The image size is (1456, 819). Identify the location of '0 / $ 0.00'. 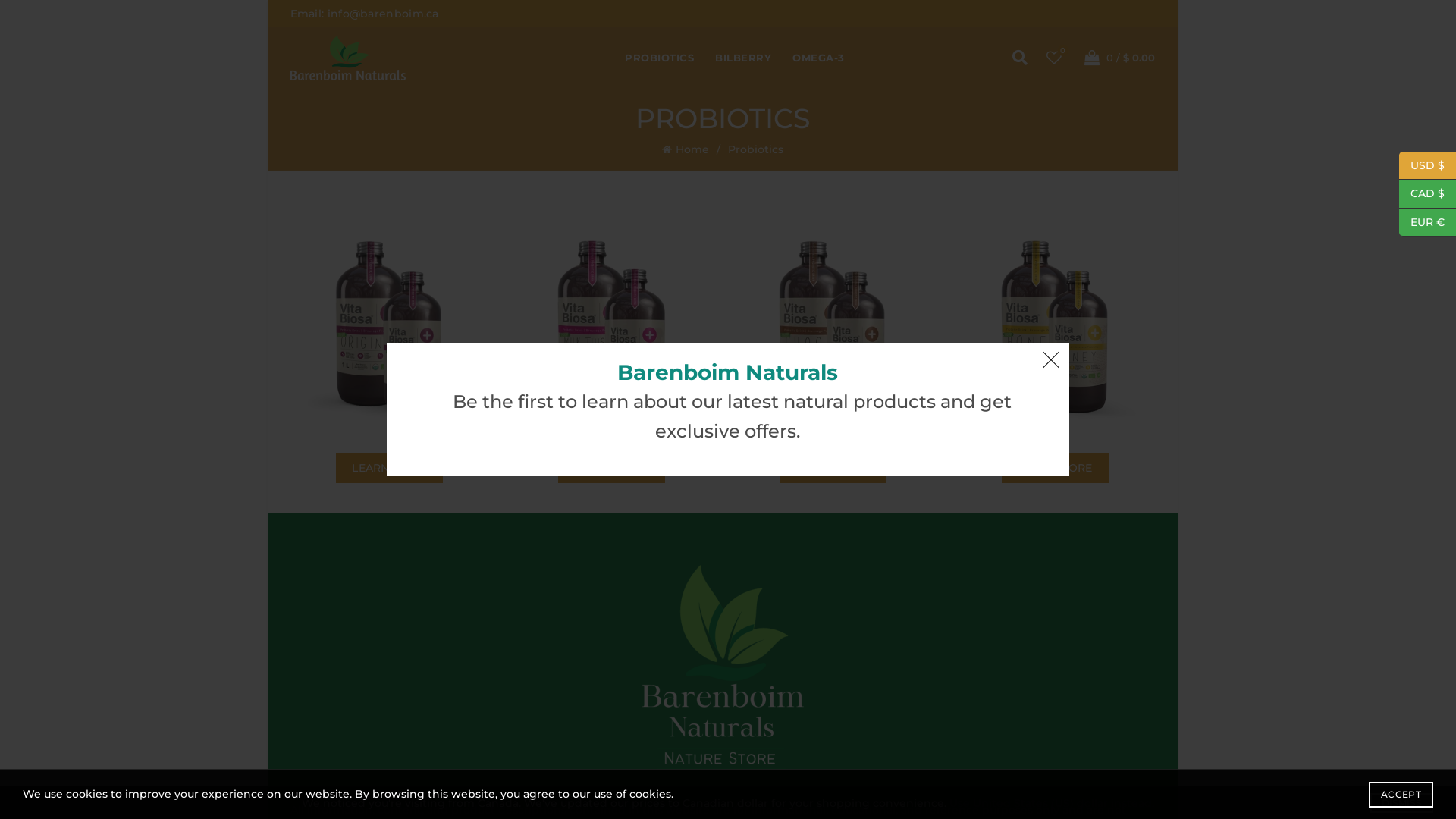
(1117, 57).